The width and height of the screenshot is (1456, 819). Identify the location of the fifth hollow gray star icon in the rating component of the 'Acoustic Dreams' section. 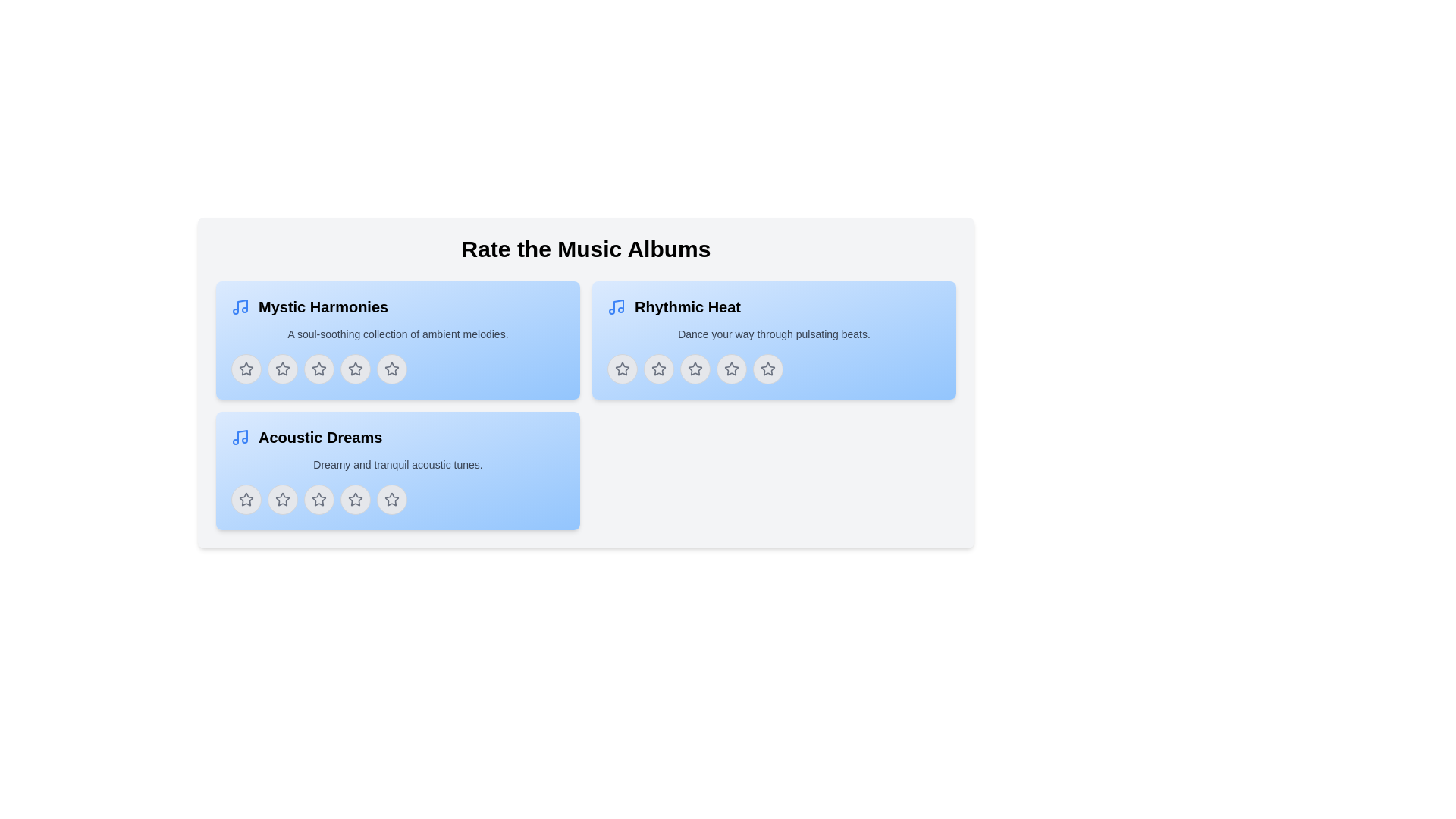
(392, 500).